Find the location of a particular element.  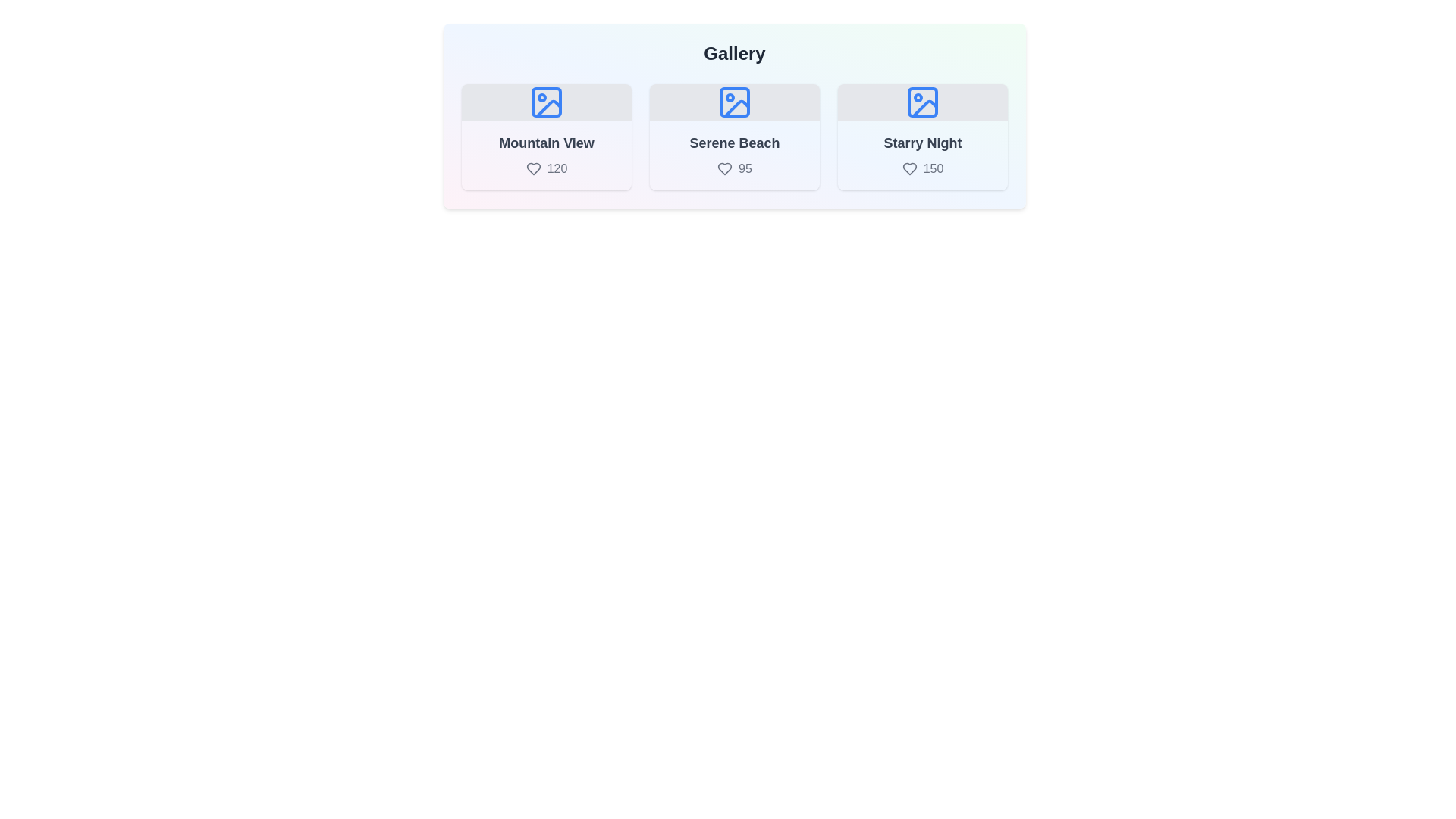

the image section to view details for Serene Beach is located at coordinates (735, 137).